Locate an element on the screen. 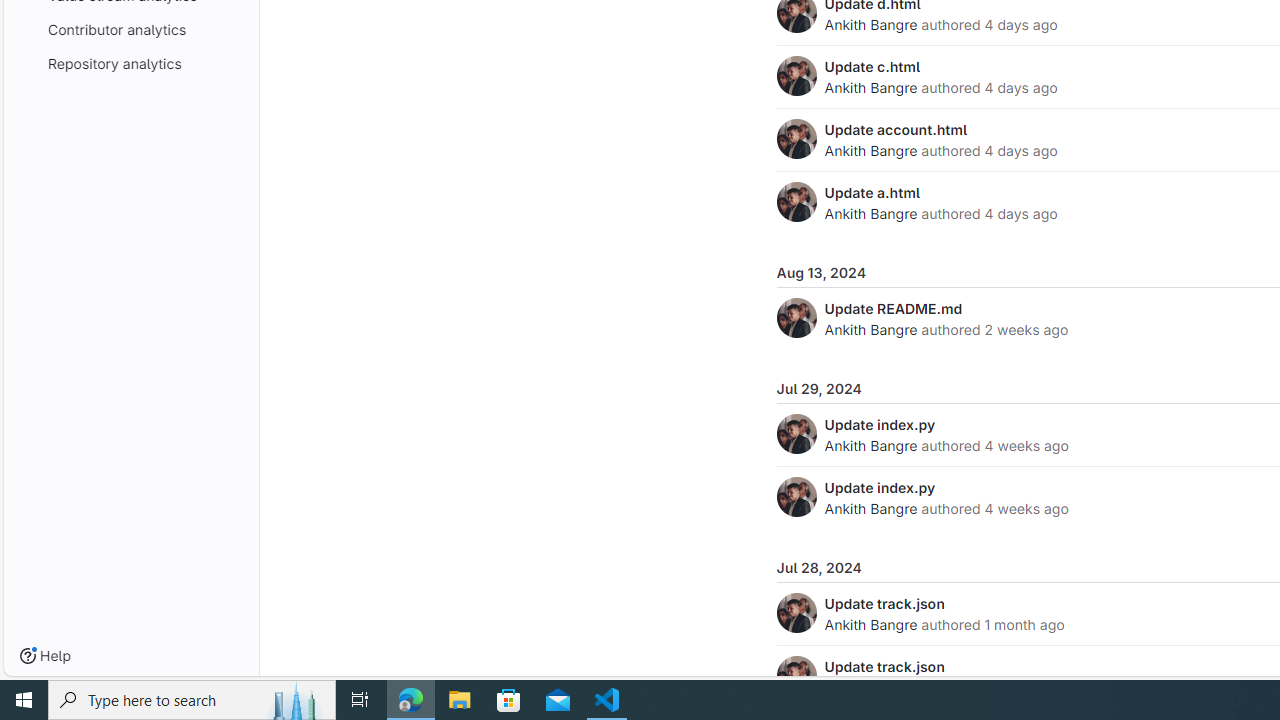  'Update a.html' is located at coordinates (872, 192).